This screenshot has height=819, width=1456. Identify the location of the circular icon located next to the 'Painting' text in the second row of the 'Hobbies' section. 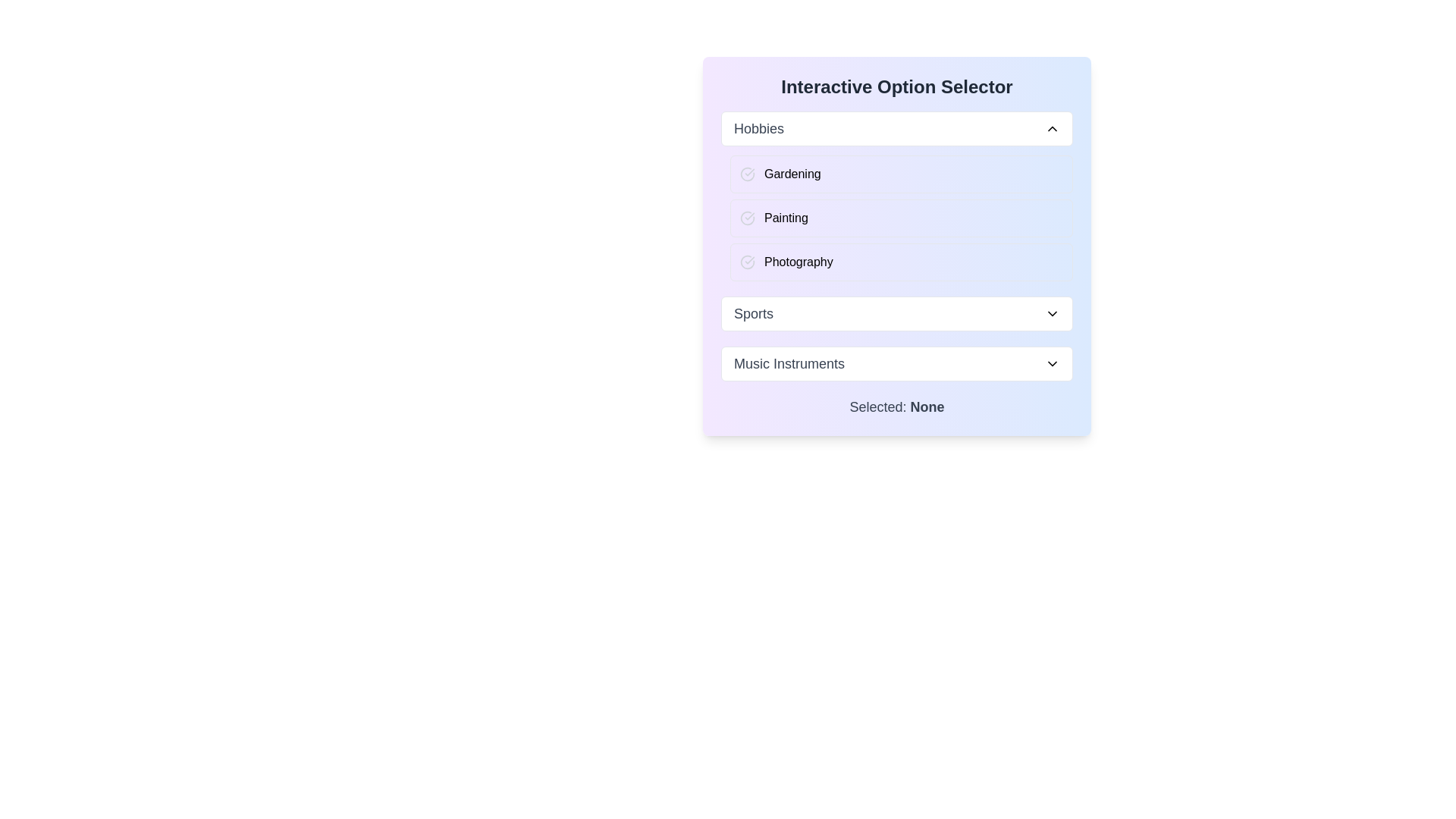
(747, 218).